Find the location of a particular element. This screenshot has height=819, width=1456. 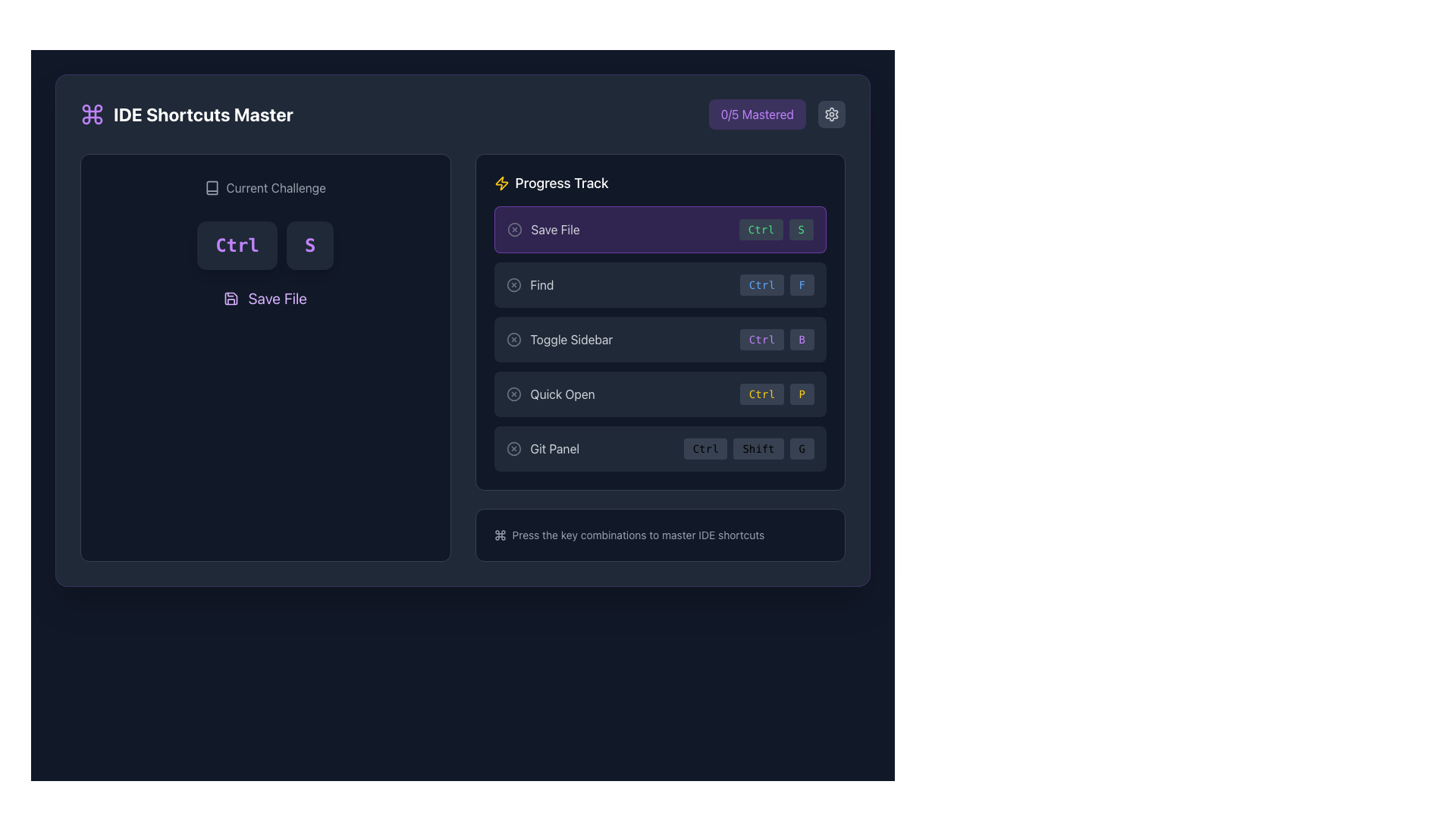

the 'Save File' label in the 'Progress Track' section, which identifies the functionality for saving a file is located at coordinates (554, 230).